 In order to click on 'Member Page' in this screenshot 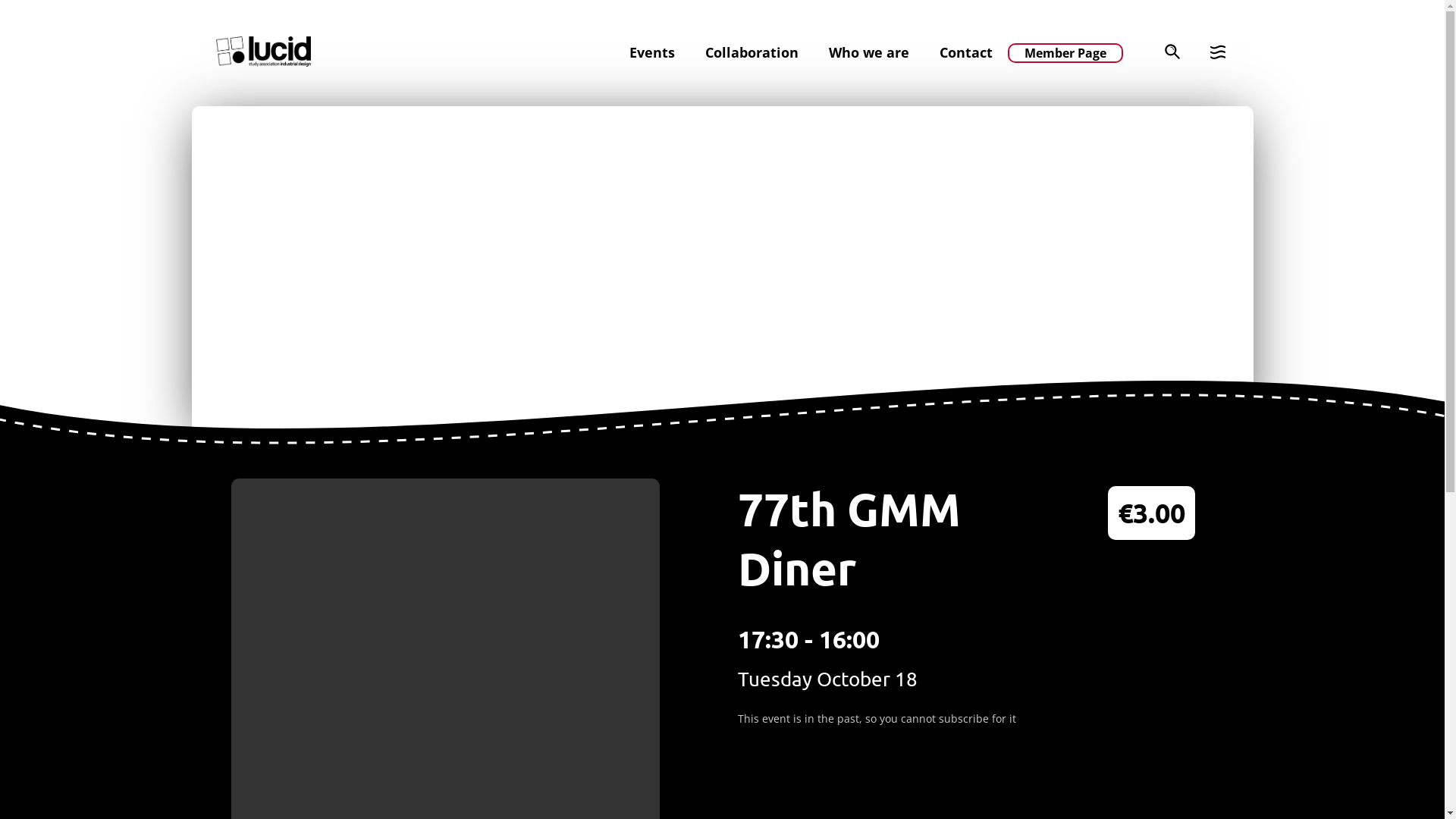, I will do `click(1063, 52)`.